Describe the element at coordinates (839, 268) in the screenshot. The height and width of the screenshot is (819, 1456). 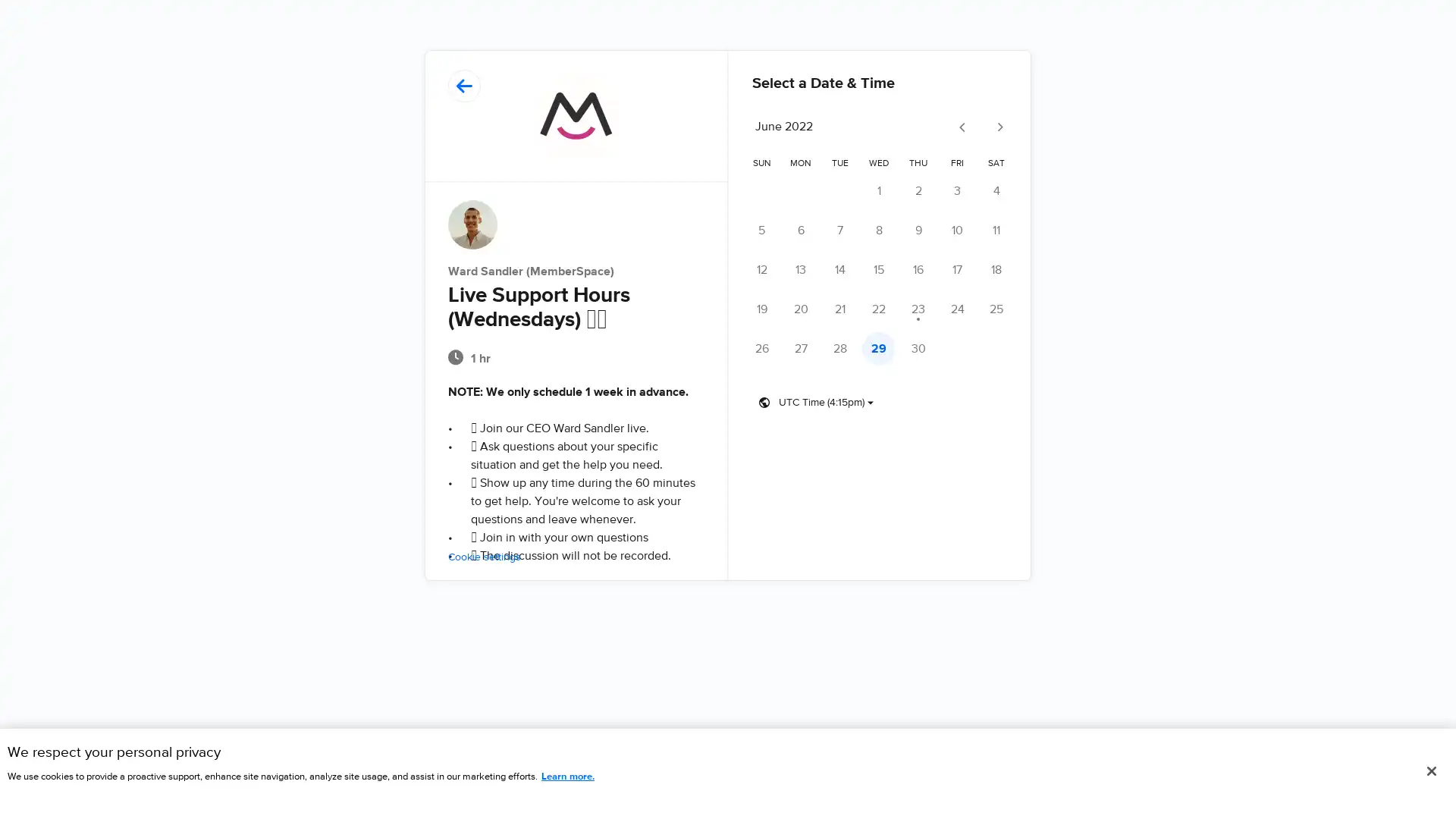
I see `Tuesday, June 14 - No times available` at that location.